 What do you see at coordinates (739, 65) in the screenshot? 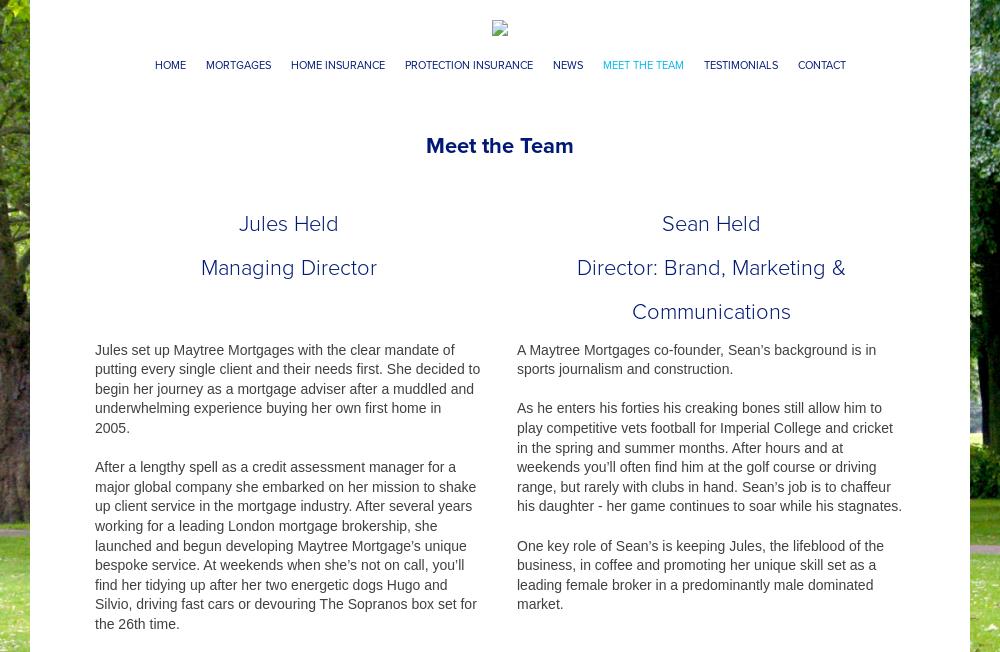
I see `'Testimonials'` at bounding box center [739, 65].